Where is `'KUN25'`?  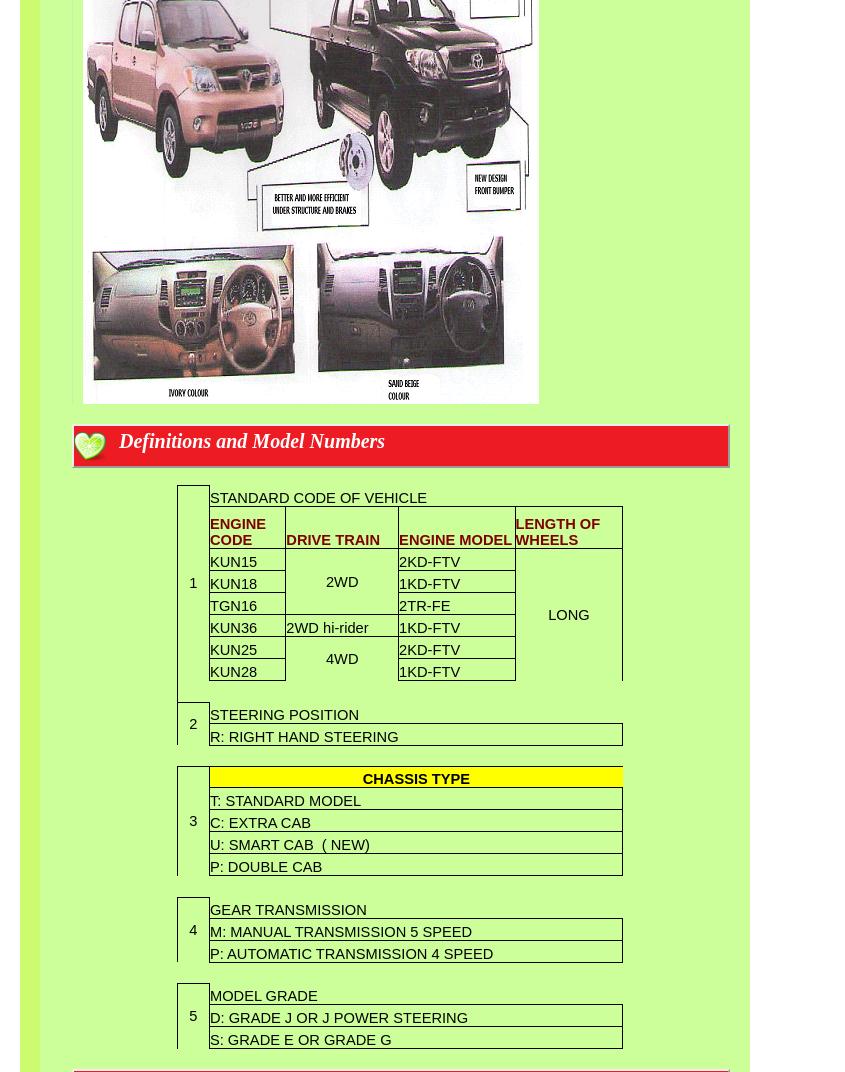
'KUN25' is located at coordinates (231, 649).